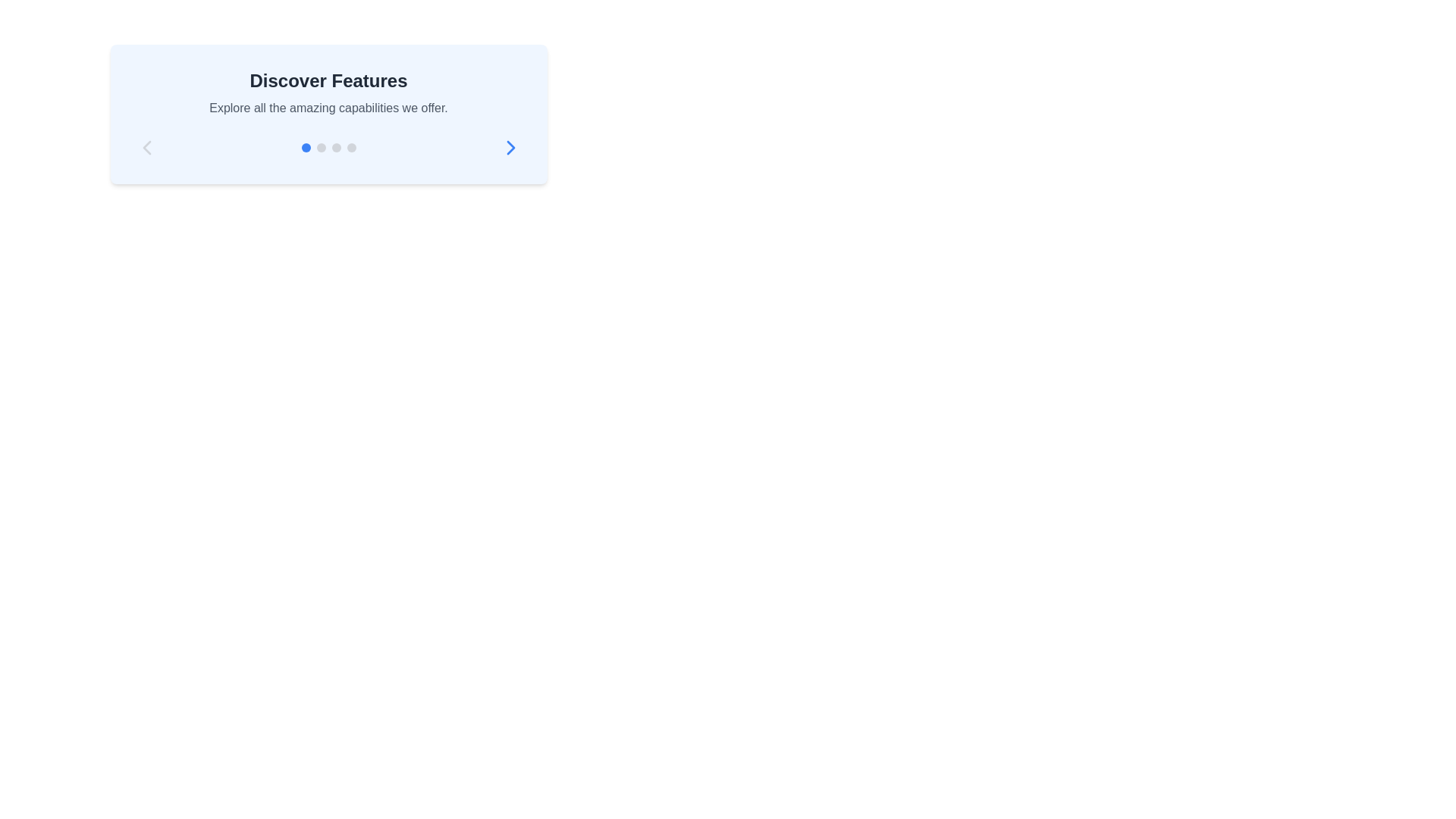  Describe the element at coordinates (328, 148) in the screenshot. I see `the active state of the navigation indicator group located below the 'Discover Features' header and above the navigation controls` at that location.